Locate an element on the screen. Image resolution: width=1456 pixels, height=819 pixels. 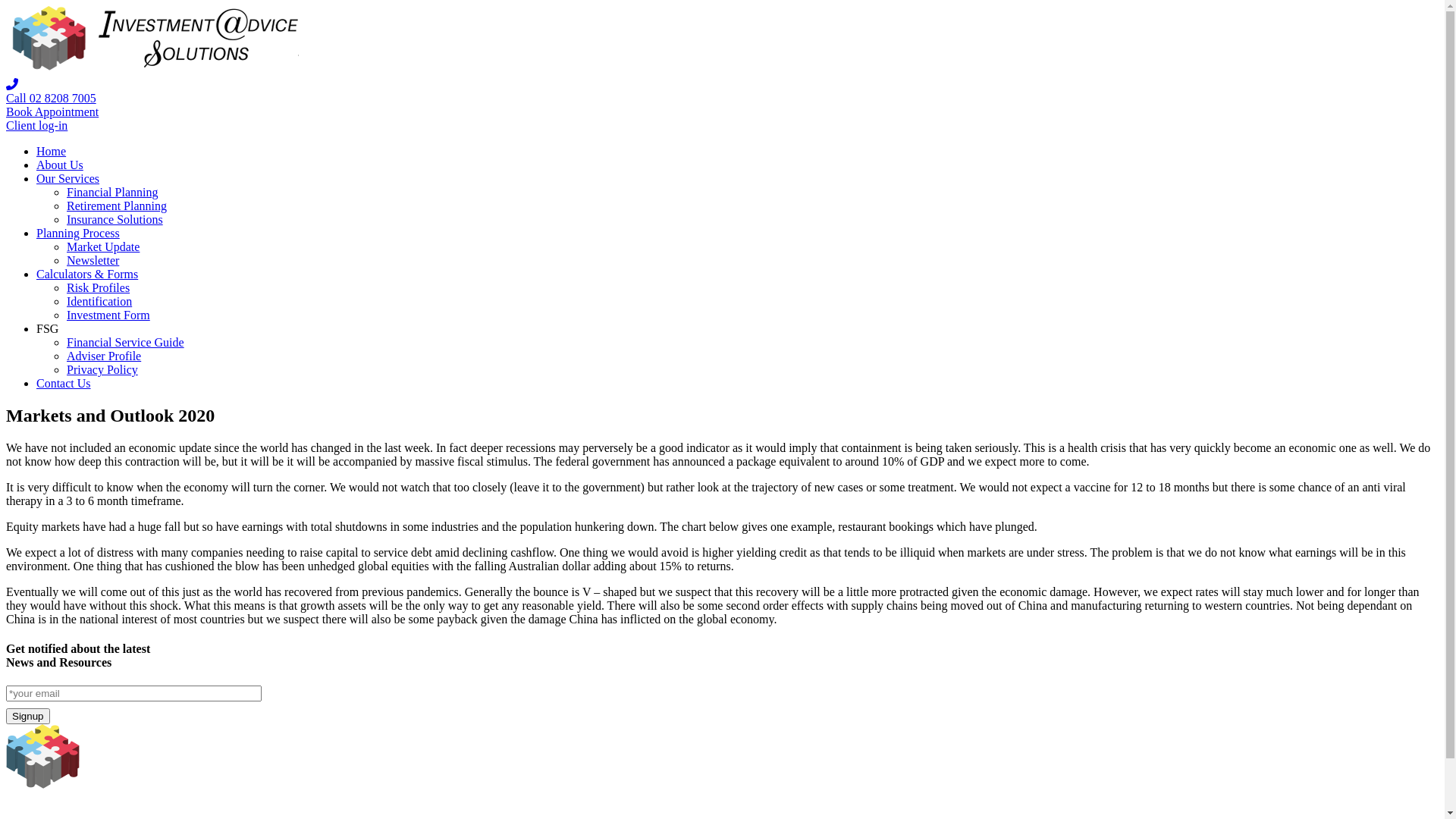
'Market Update' is located at coordinates (102, 246).